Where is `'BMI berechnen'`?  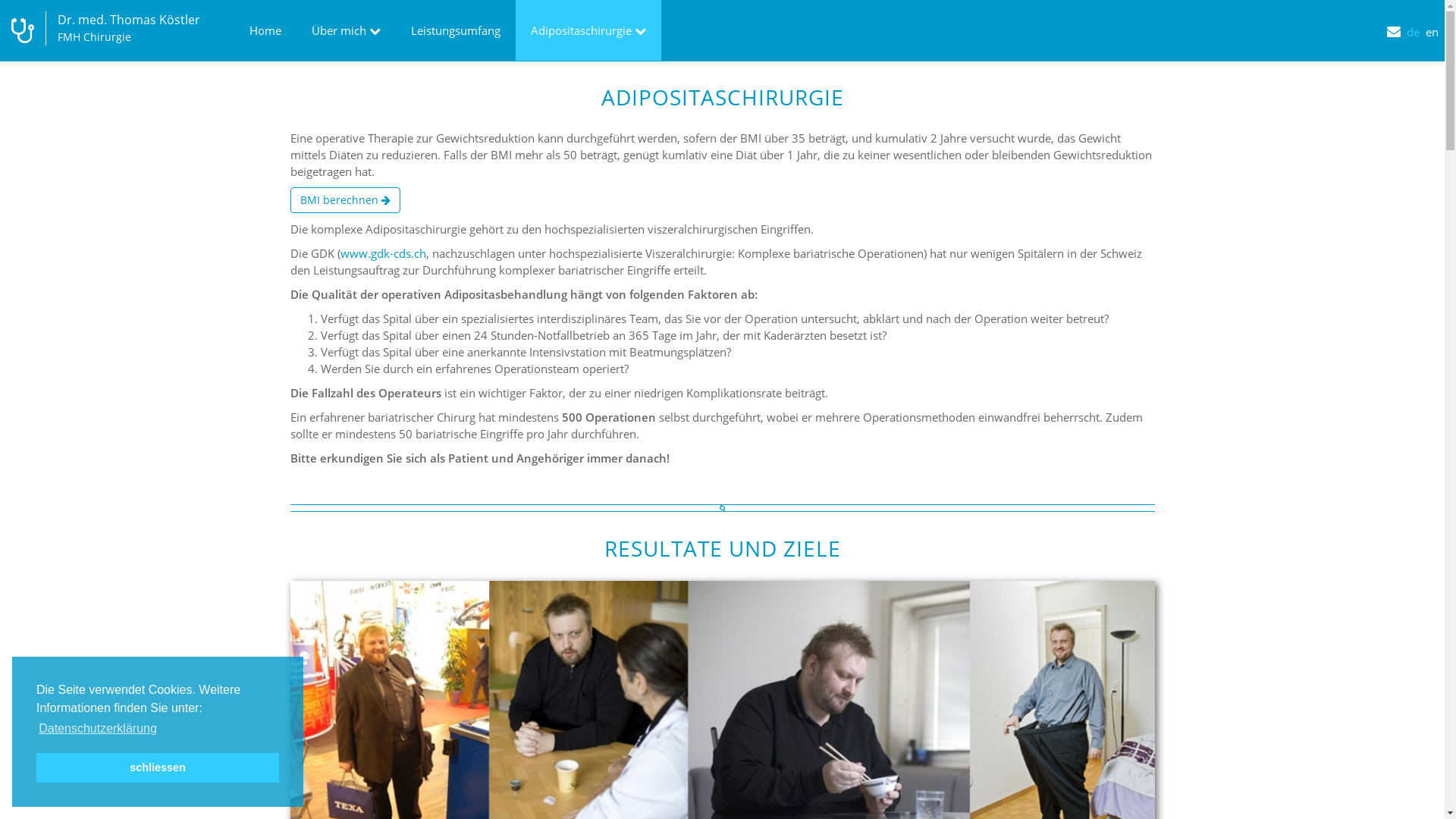 'BMI berechnen' is located at coordinates (344, 199).